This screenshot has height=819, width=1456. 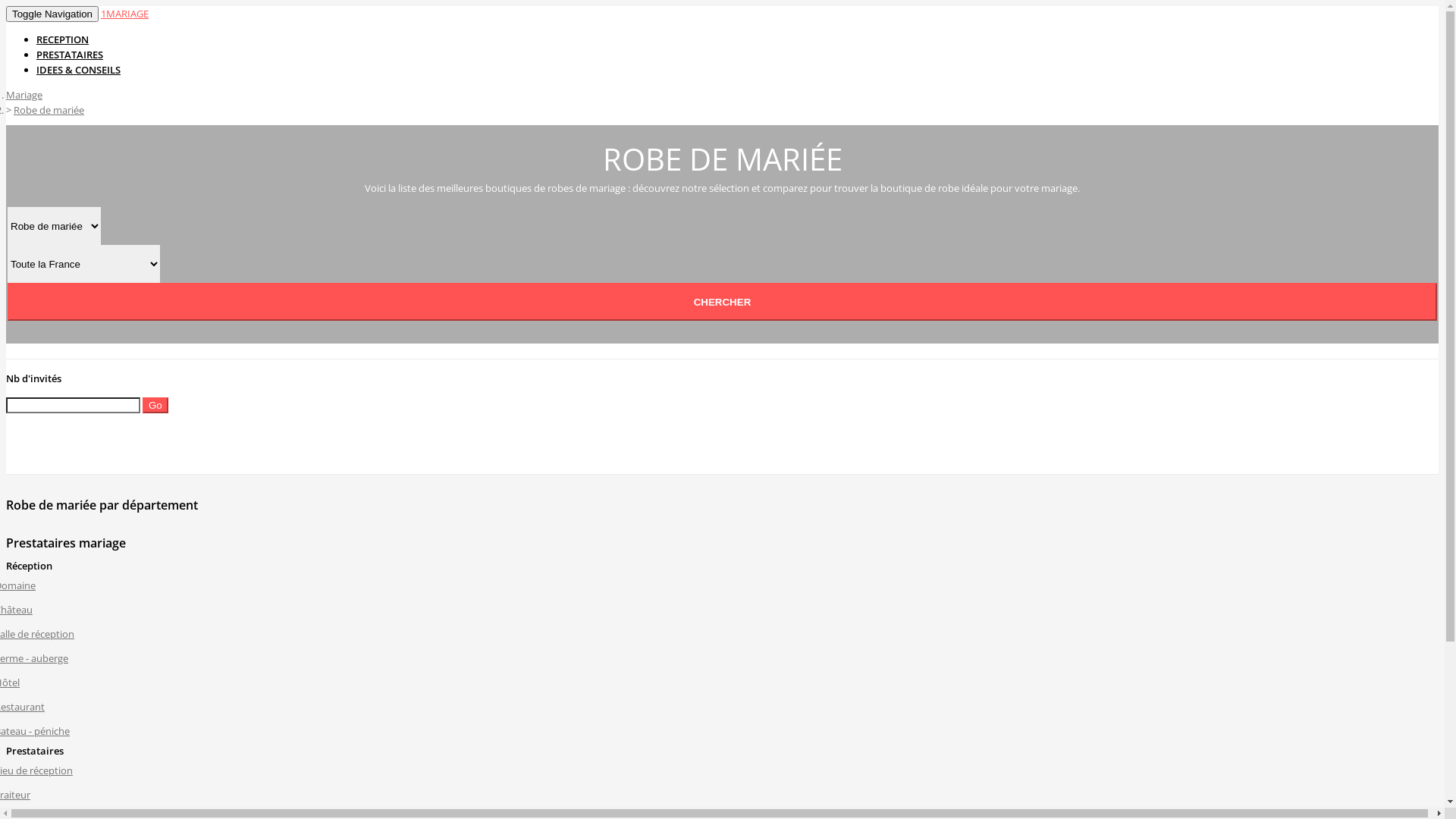 What do you see at coordinates (61, 38) in the screenshot?
I see `'RECEPTION'` at bounding box center [61, 38].